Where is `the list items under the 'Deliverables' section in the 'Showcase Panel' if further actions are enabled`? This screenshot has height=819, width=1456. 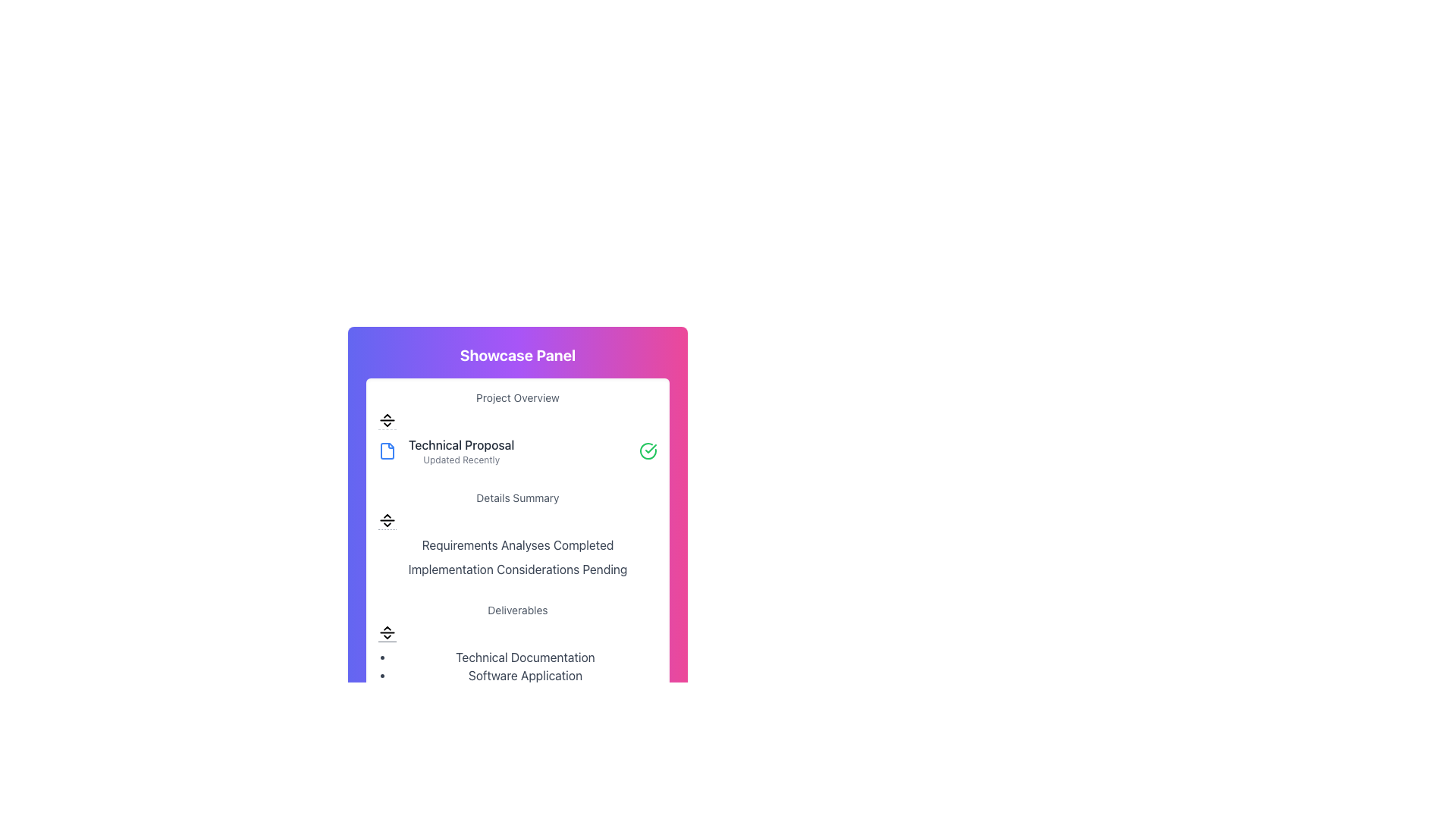 the list items under the 'Deliverables' section in the 'Showcase Panel' if further actions are enabled is located at coordinates (517, 651).